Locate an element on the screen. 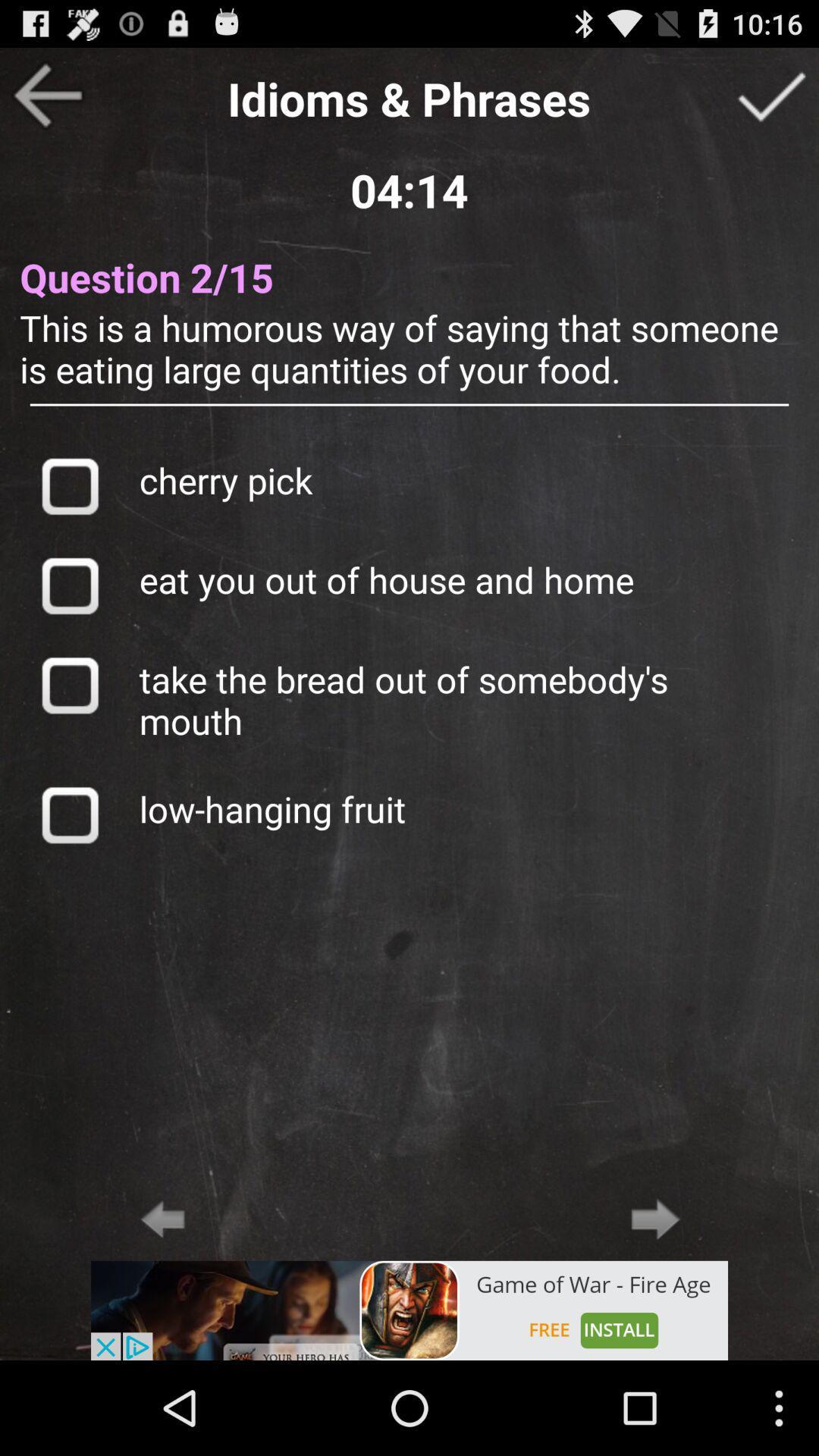 The height and width of the screenshot is (1456, 819). go next is located at coordinates (771, 94).